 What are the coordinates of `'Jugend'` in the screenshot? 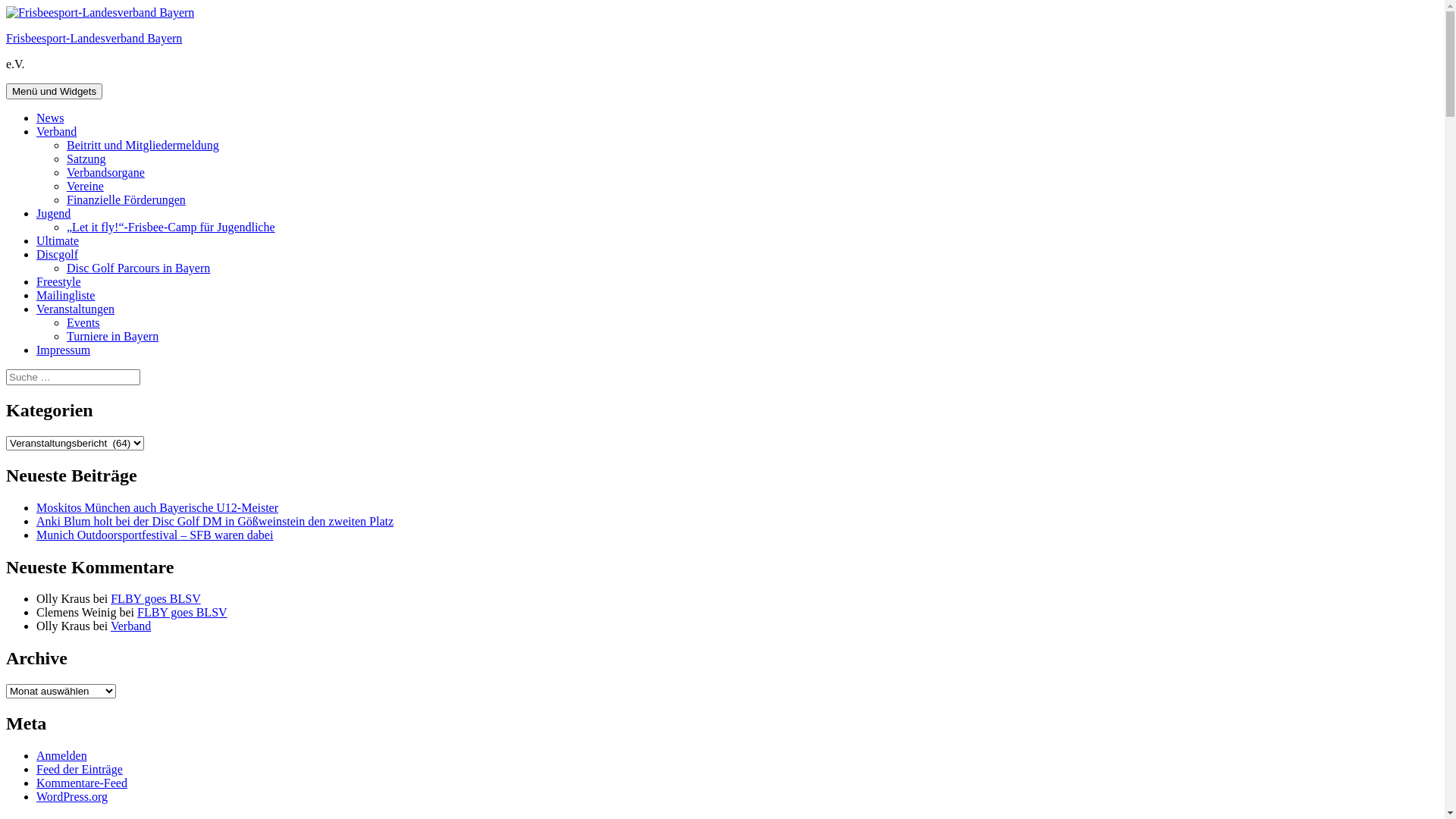 It's located at (53, 213).